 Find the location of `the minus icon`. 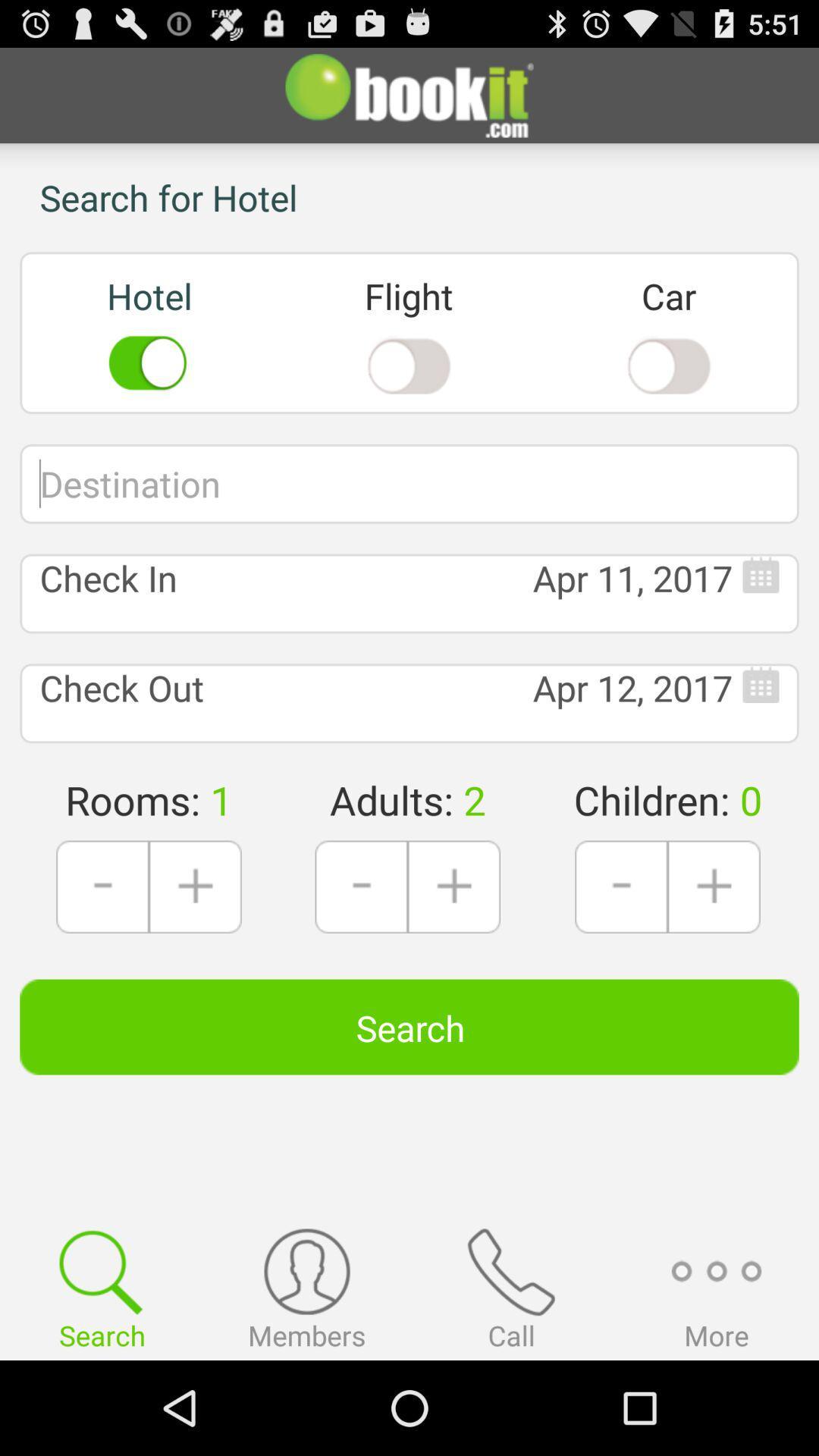

the minus icon is located at coordinates (102, 948).